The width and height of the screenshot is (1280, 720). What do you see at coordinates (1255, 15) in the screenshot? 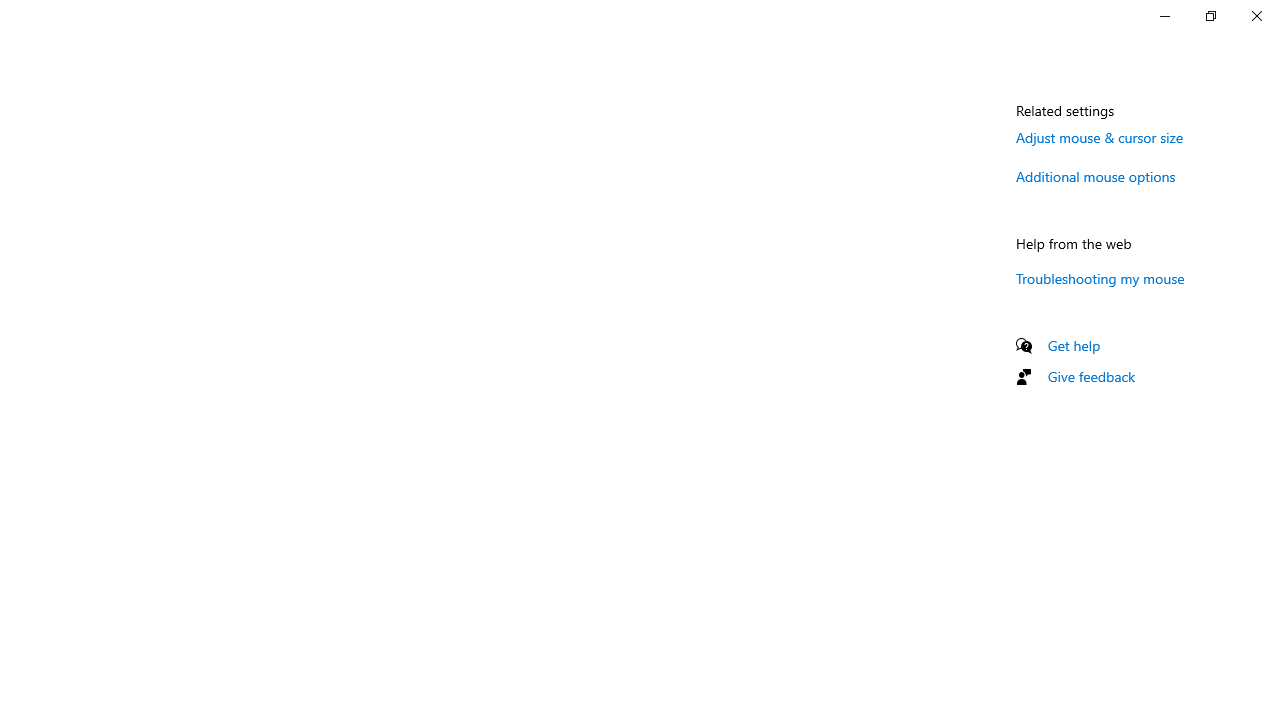
I see `'Close Settings'` at bounding box center [1255, 15].